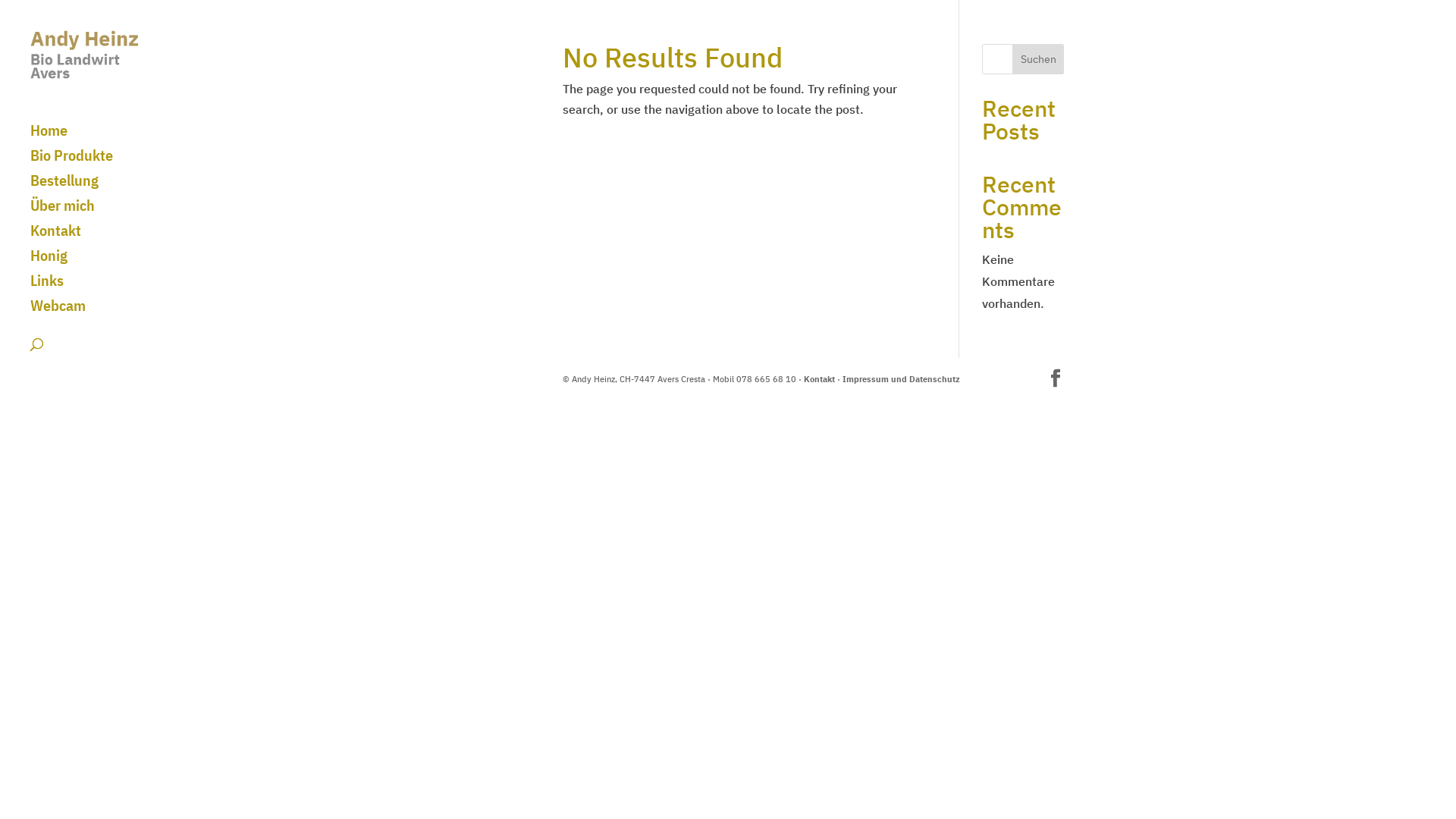 The width and height of the screenshot is (1456, 819). What do you see at coordinates (1012, 58) in the screenshot?
I see `'Suchen'` at bounding box center [1012, 58].